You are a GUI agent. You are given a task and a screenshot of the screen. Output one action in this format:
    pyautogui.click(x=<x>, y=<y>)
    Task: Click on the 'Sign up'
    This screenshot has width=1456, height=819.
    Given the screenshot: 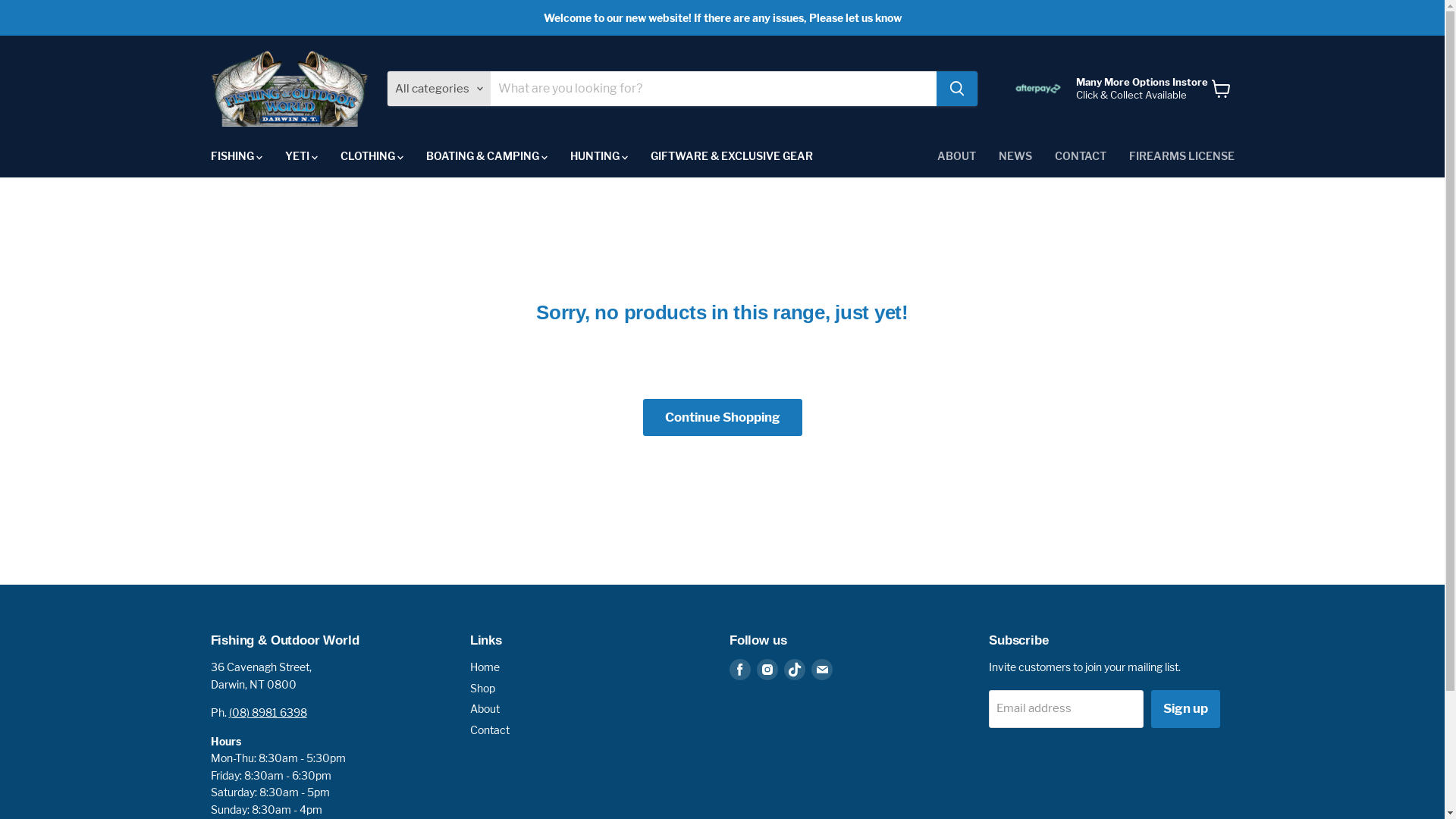 What is the action you would take?
    pyautogui.click(x=1150, y=708)
    